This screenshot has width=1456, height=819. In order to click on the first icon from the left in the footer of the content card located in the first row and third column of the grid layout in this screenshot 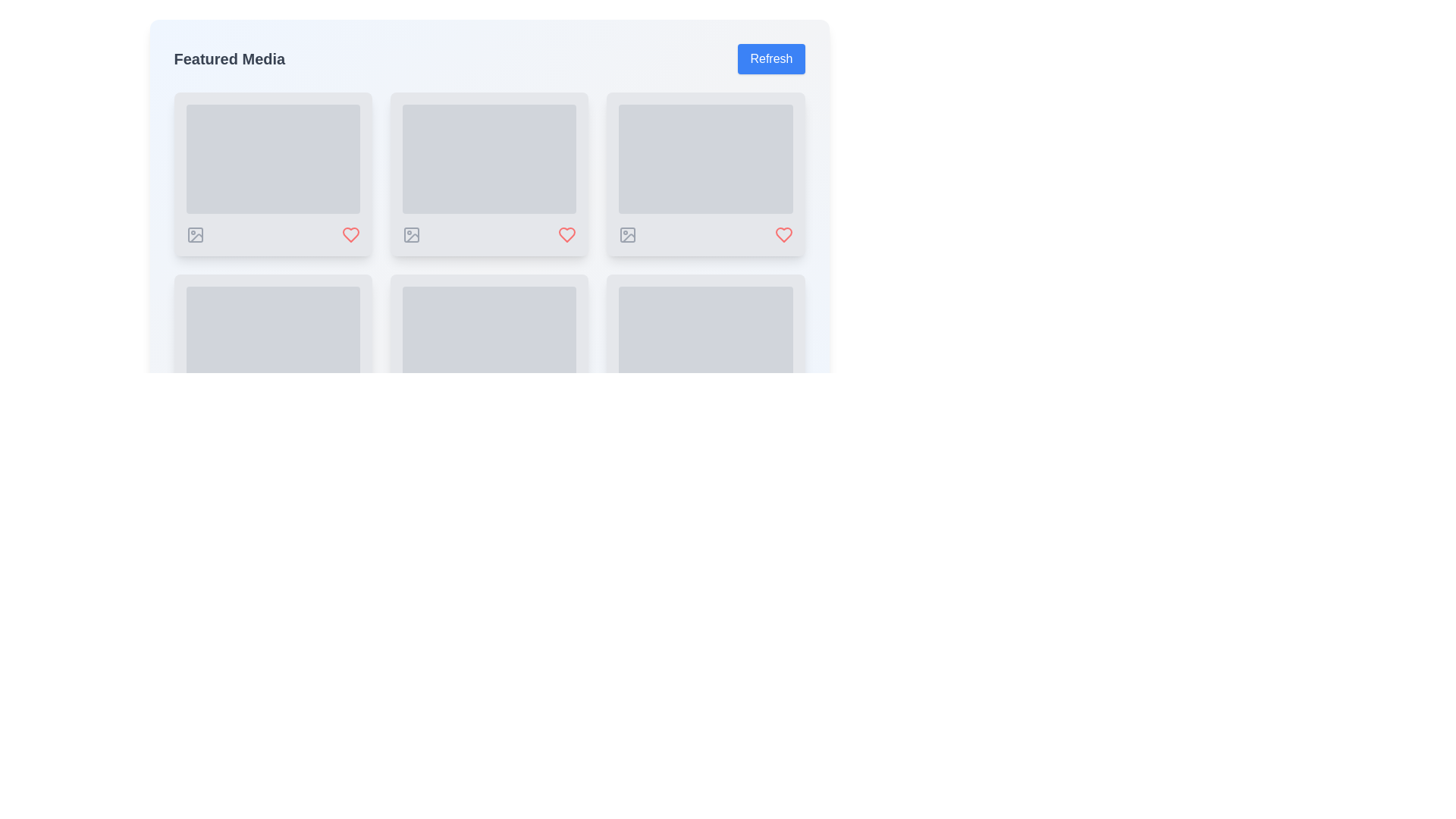, I will do `click(628, 234)`.